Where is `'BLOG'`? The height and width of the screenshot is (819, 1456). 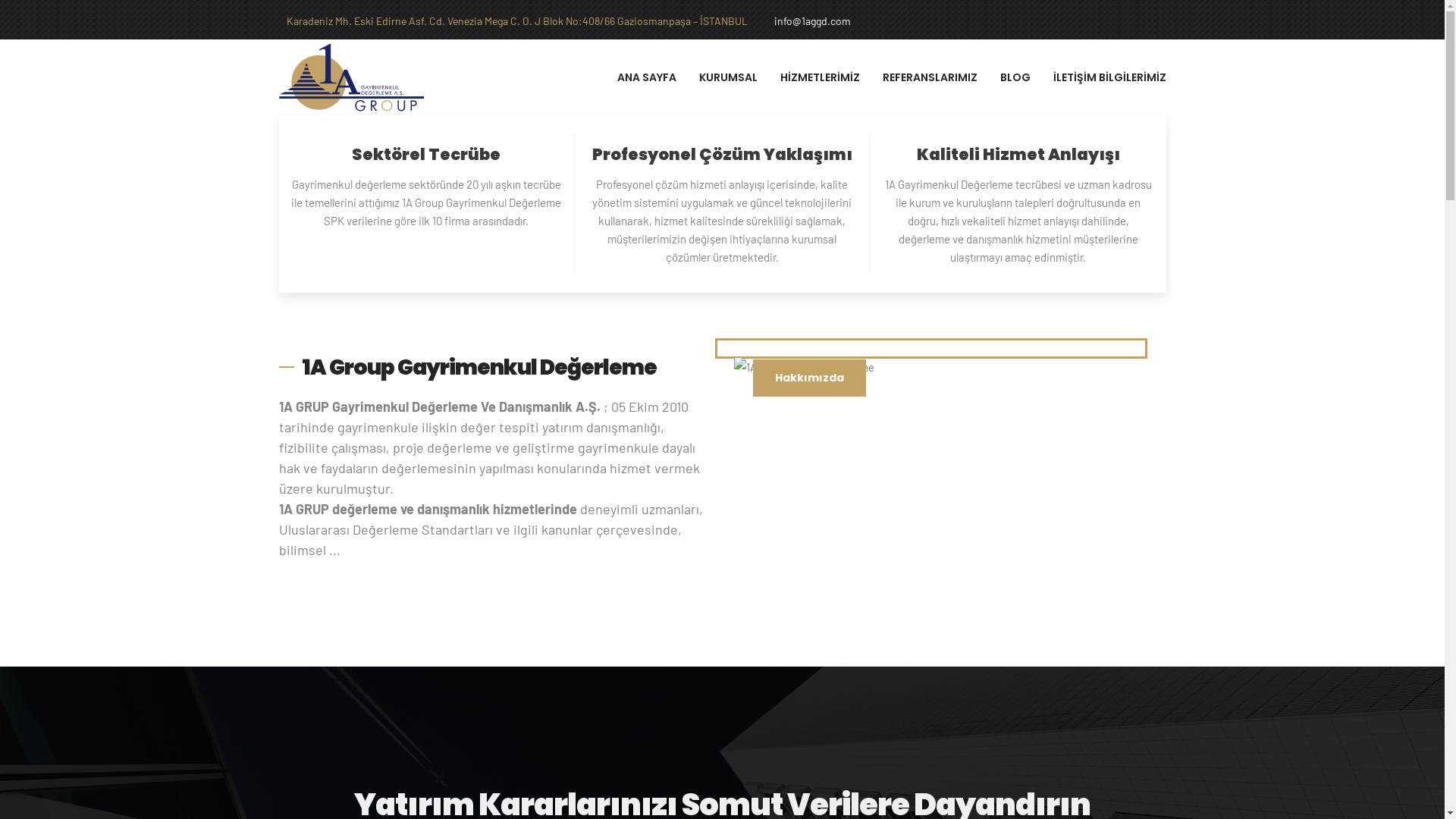 'BLOG' is located at coordinates (1015, 77).